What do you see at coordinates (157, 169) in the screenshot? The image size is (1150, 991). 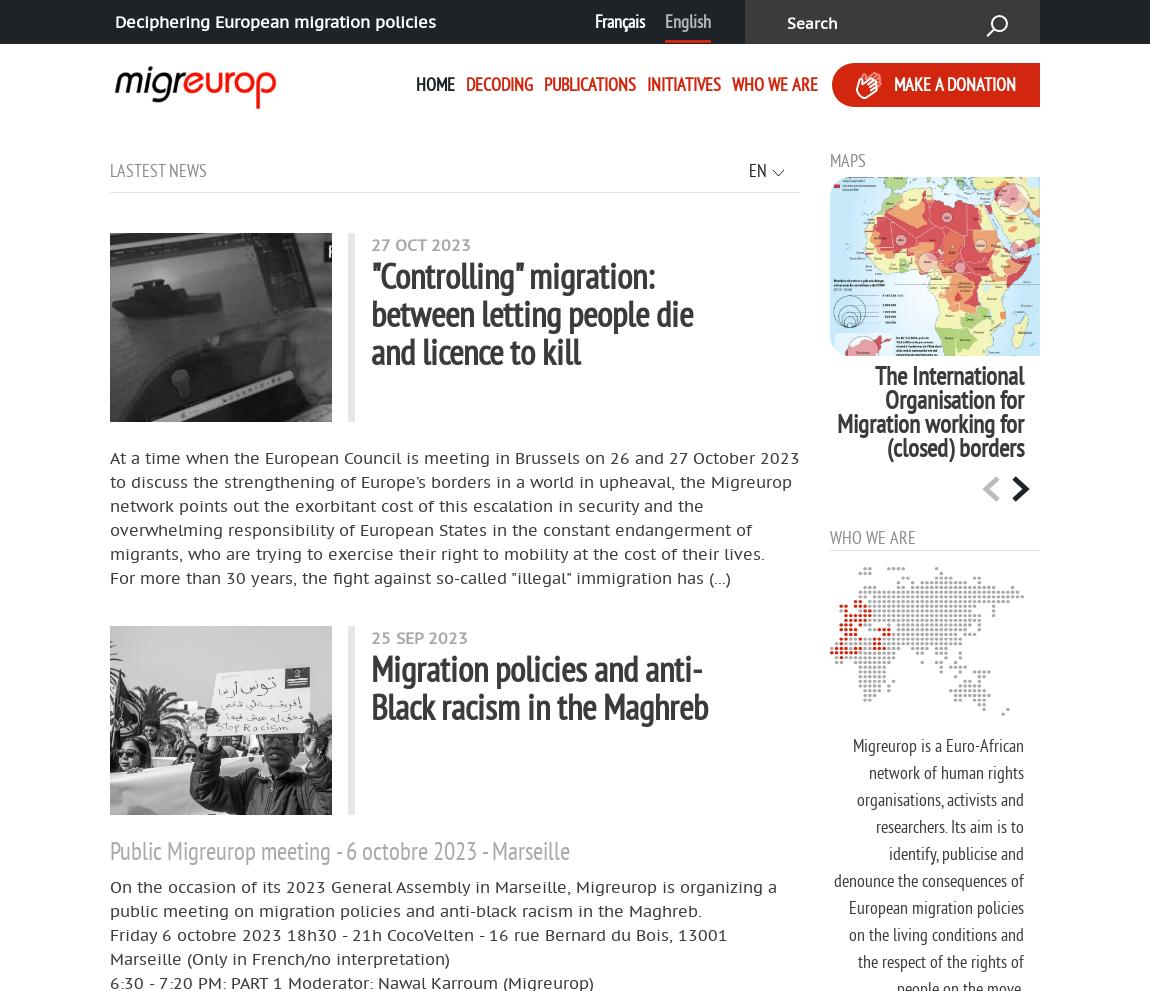 I see `'Lastest news'` at bounding box center [157, 169].